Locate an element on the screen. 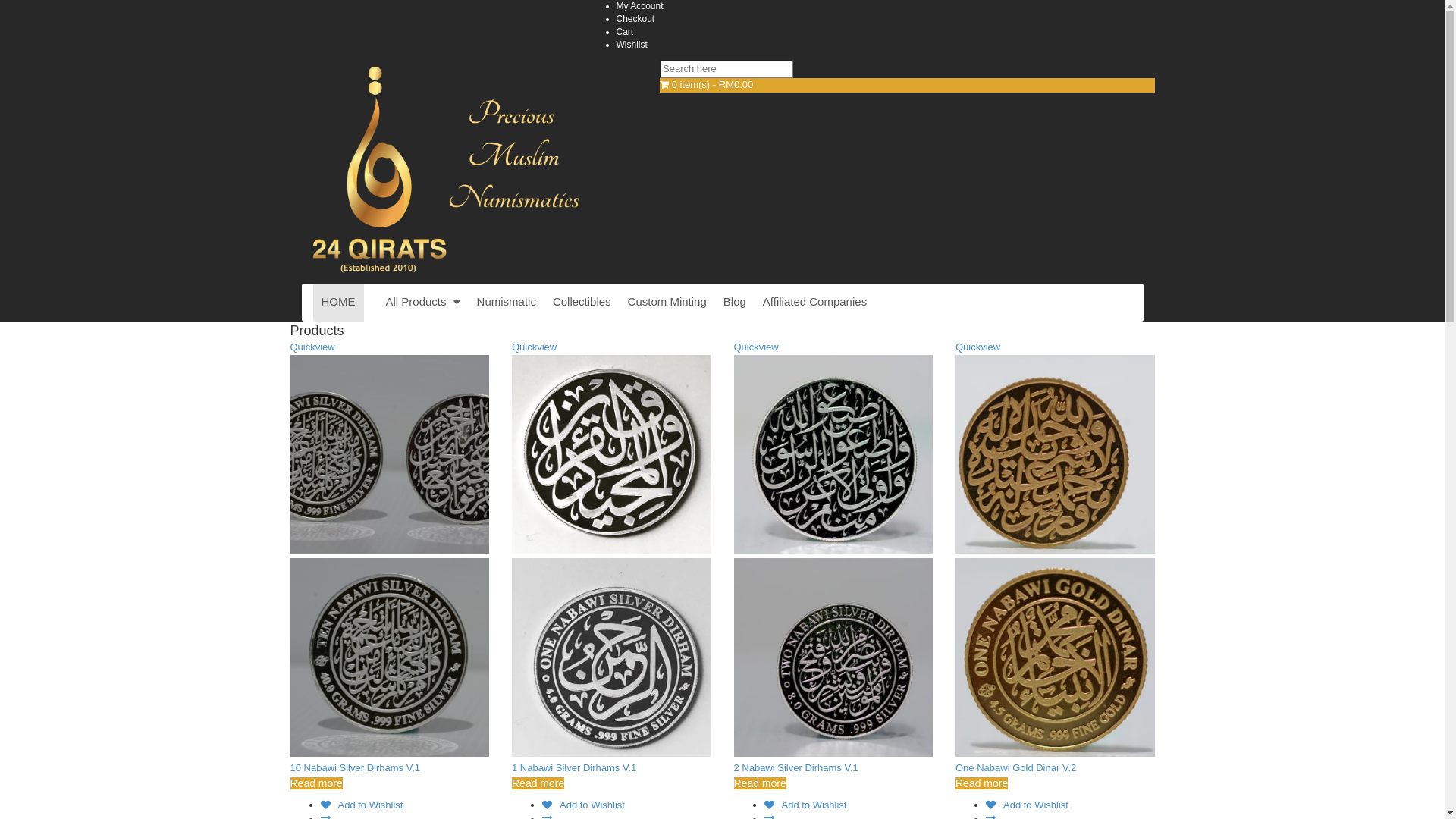 The image size is (1456, 819). 'All Products' is located at coordinates (422, 302).